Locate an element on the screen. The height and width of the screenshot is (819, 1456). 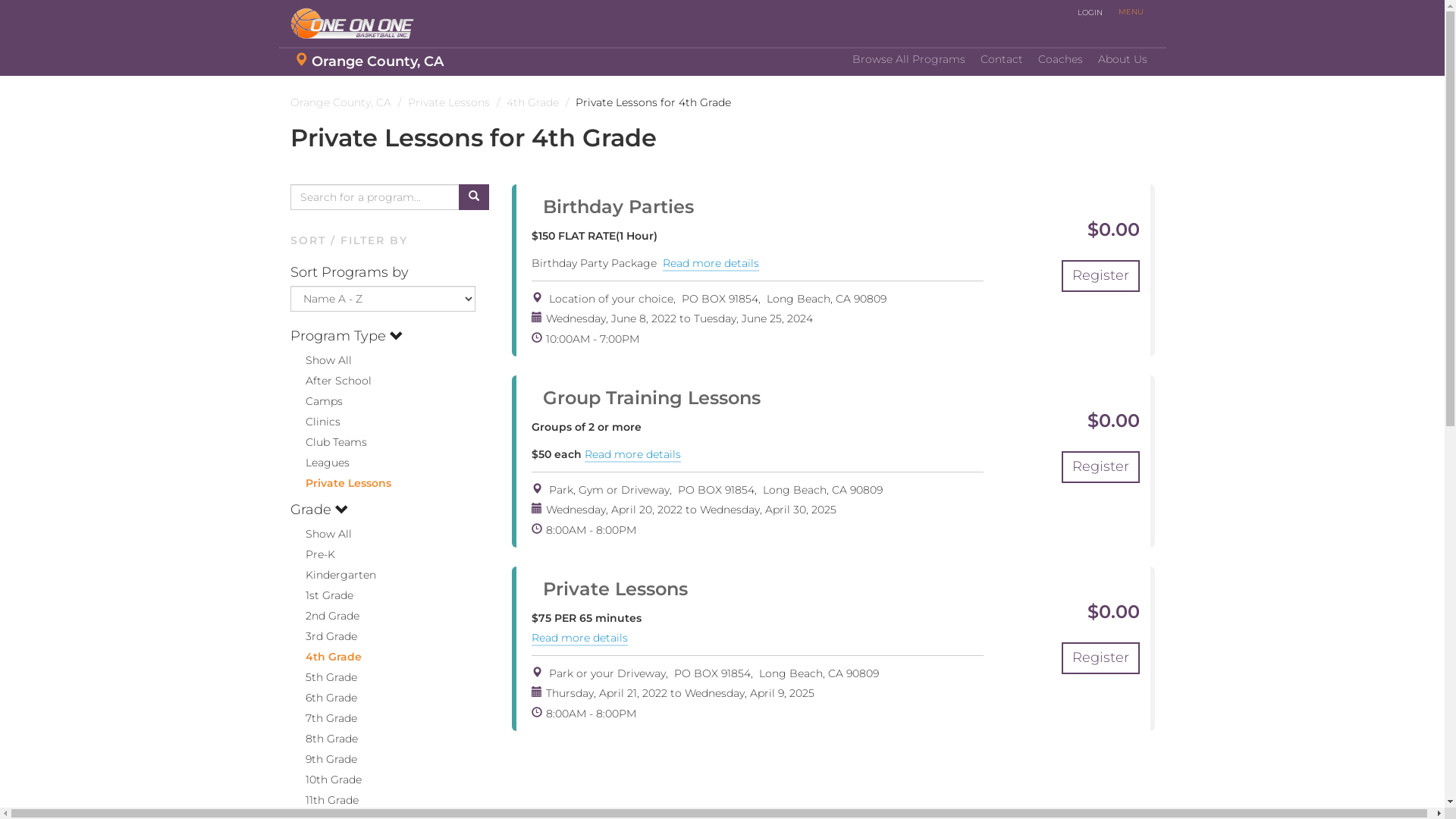
'1st Grade' is located at coordinates (320, 595).